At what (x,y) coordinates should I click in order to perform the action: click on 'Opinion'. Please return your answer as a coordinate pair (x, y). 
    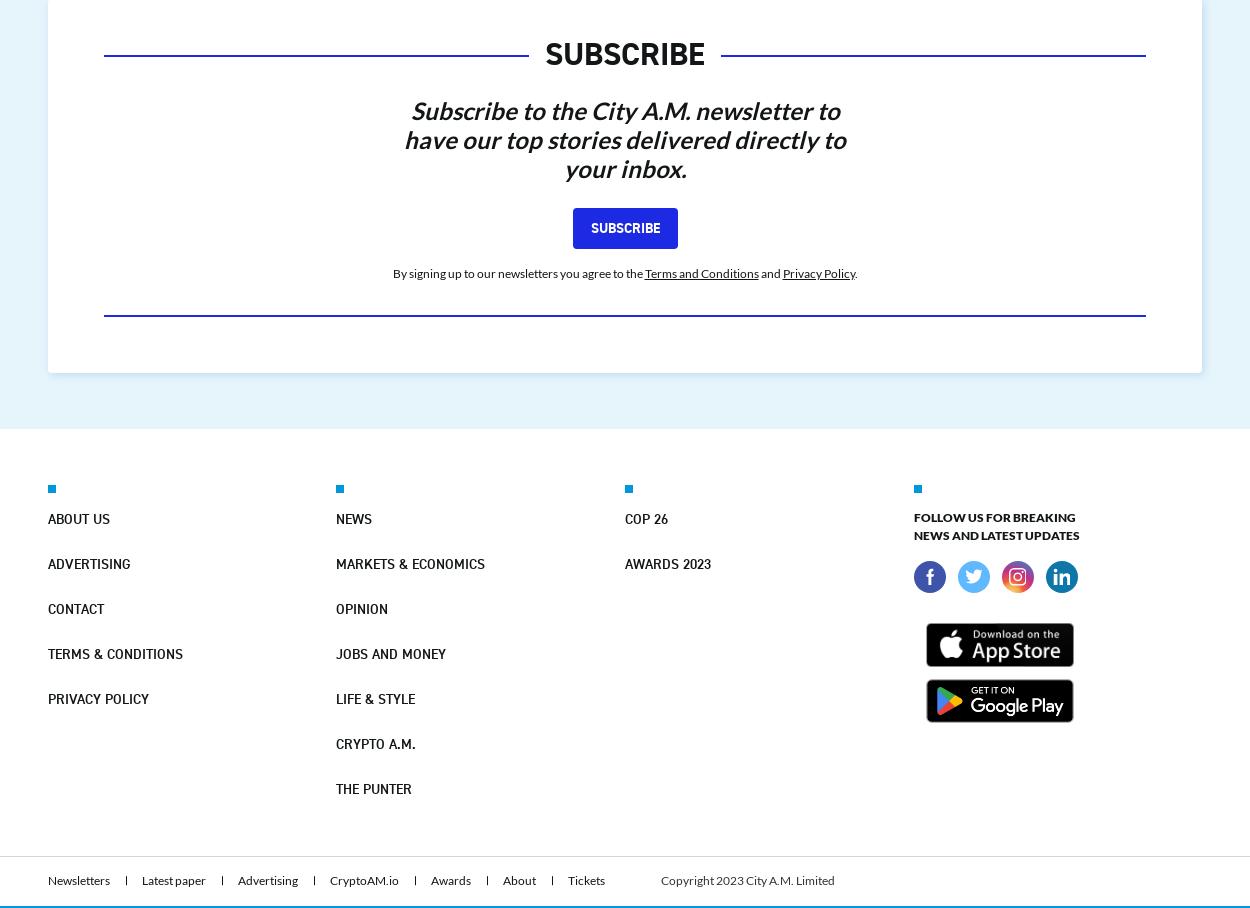
    Looking at the image, I should click on (361, 606).